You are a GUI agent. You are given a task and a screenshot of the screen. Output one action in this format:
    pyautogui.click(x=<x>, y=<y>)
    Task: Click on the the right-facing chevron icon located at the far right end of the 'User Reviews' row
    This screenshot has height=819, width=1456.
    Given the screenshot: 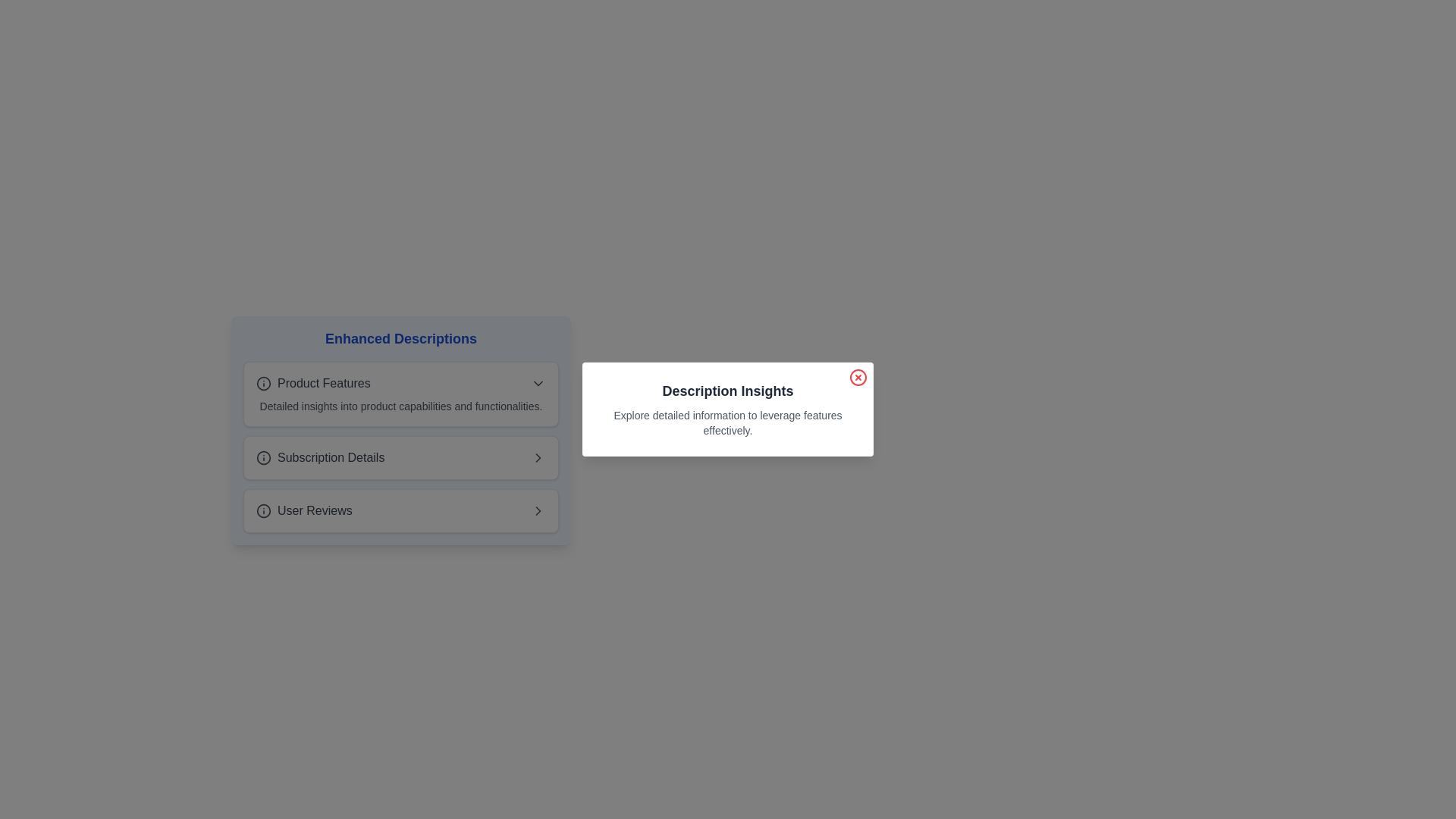 What is the action you would take?
    pyautogui.click(x=538, y=511)
    